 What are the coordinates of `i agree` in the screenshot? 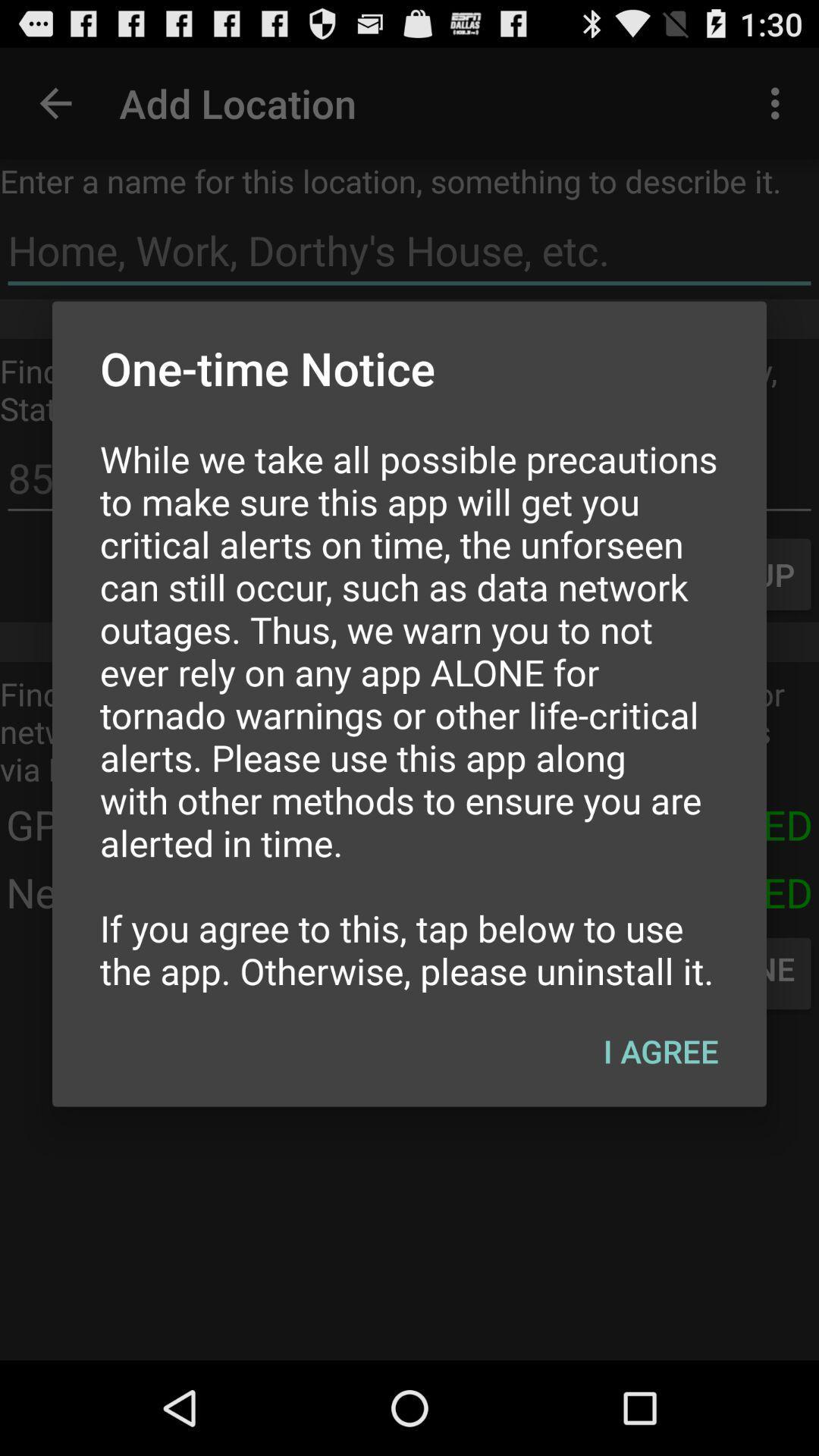 It's located at (660, 1050).